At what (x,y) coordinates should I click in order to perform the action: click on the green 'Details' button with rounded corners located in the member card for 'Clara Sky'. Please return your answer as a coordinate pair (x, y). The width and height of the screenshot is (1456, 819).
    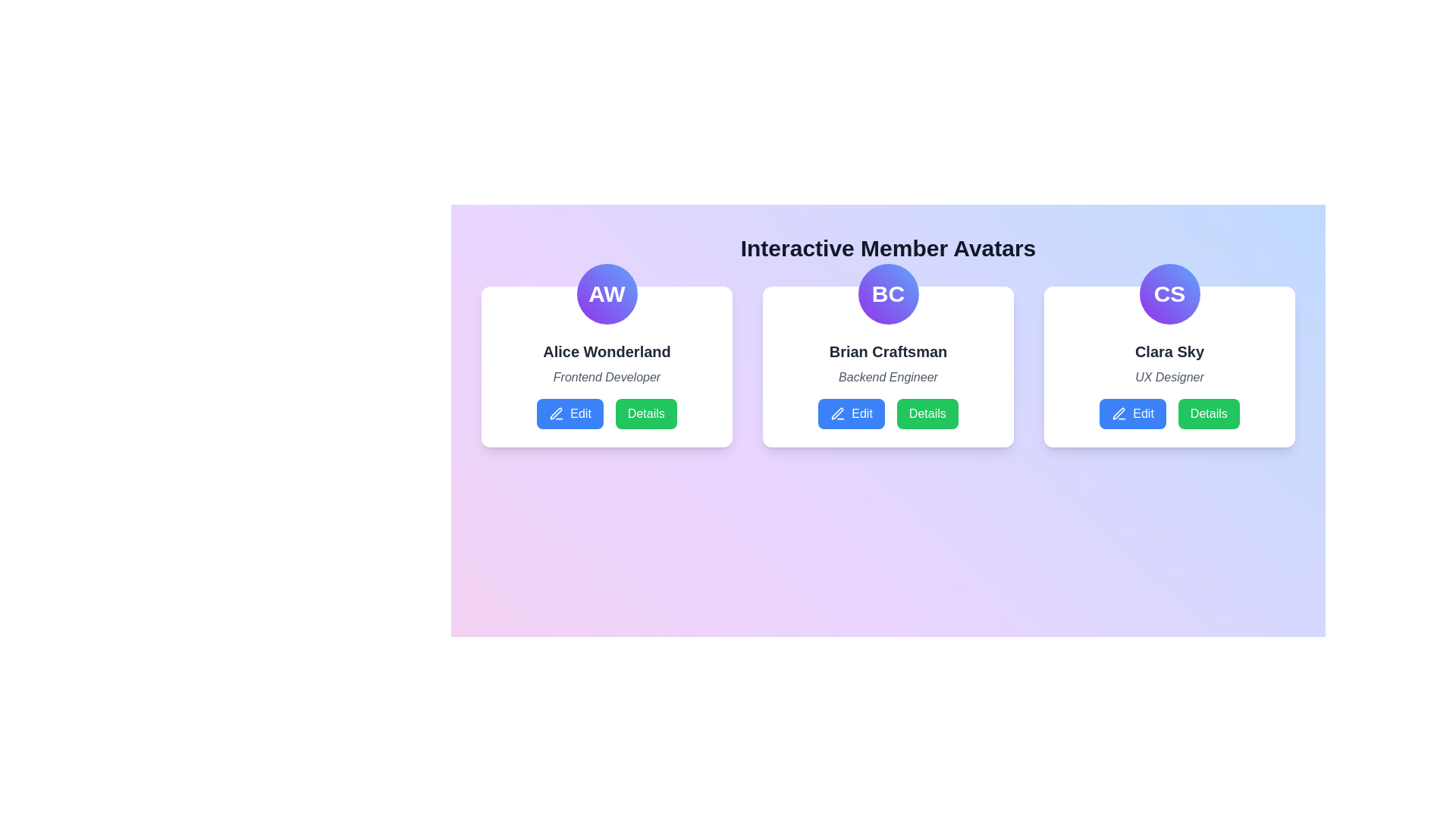
    Looking at the image, I should click on (1208, 414).